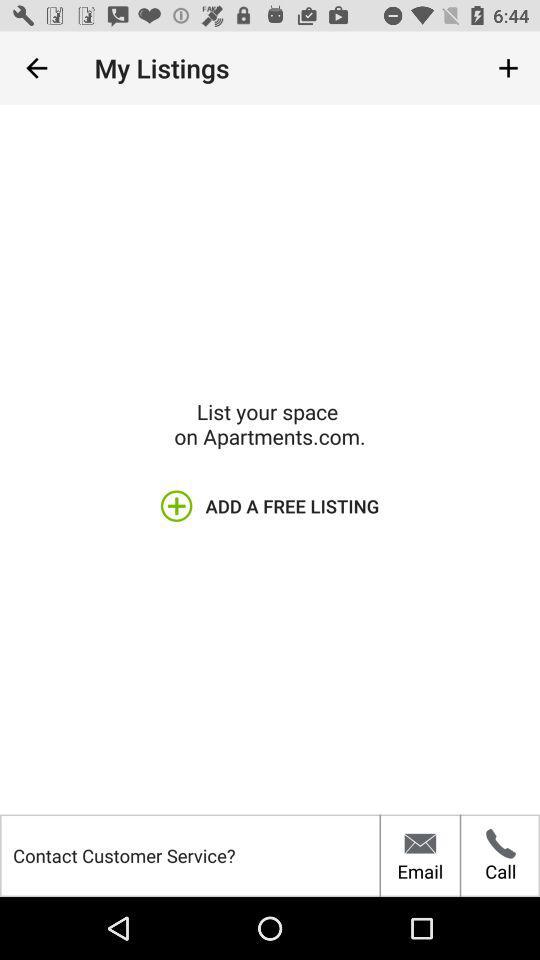 The height and width of the screenshot is (960, 540). What do you see at coordinates (36, 68) in the screenshot?
I see `icon to the left of my listings item` at bounding box center [36, 68].